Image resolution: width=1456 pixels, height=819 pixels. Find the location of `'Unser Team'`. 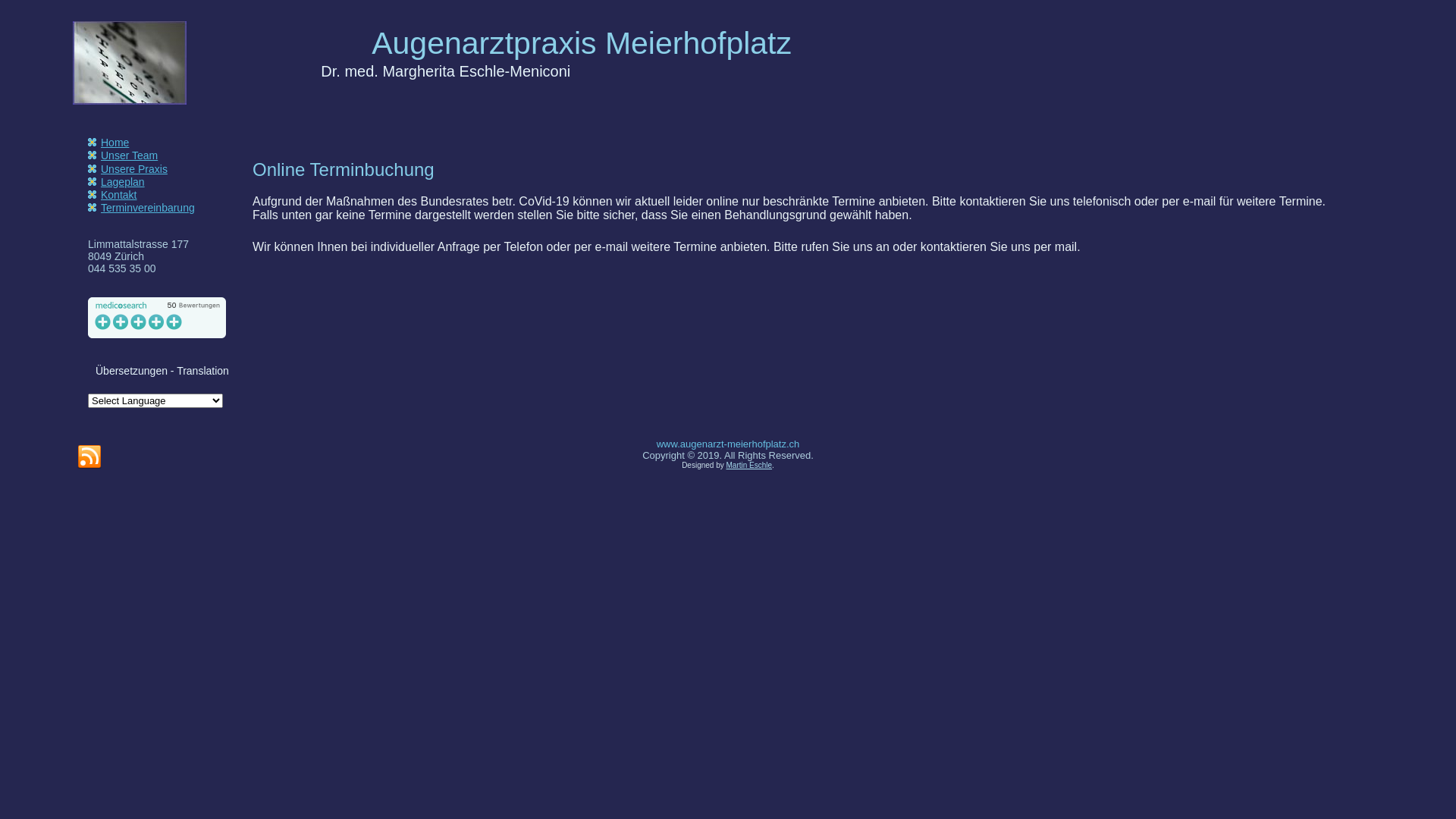

'Unser Team' is located at coordinates (129, 155).